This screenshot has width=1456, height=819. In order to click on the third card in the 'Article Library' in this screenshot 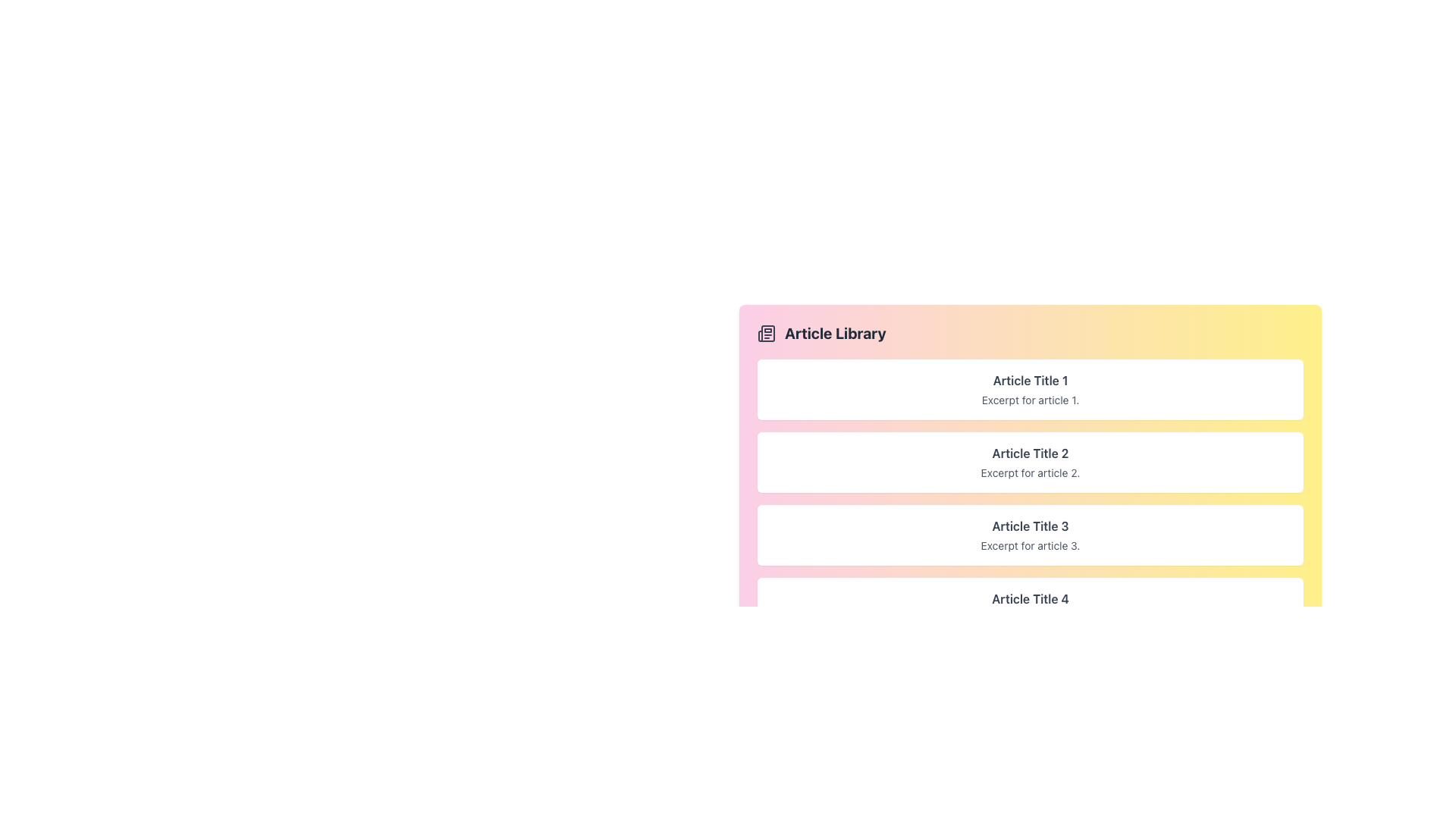, I will do `click(1030, 534)`.